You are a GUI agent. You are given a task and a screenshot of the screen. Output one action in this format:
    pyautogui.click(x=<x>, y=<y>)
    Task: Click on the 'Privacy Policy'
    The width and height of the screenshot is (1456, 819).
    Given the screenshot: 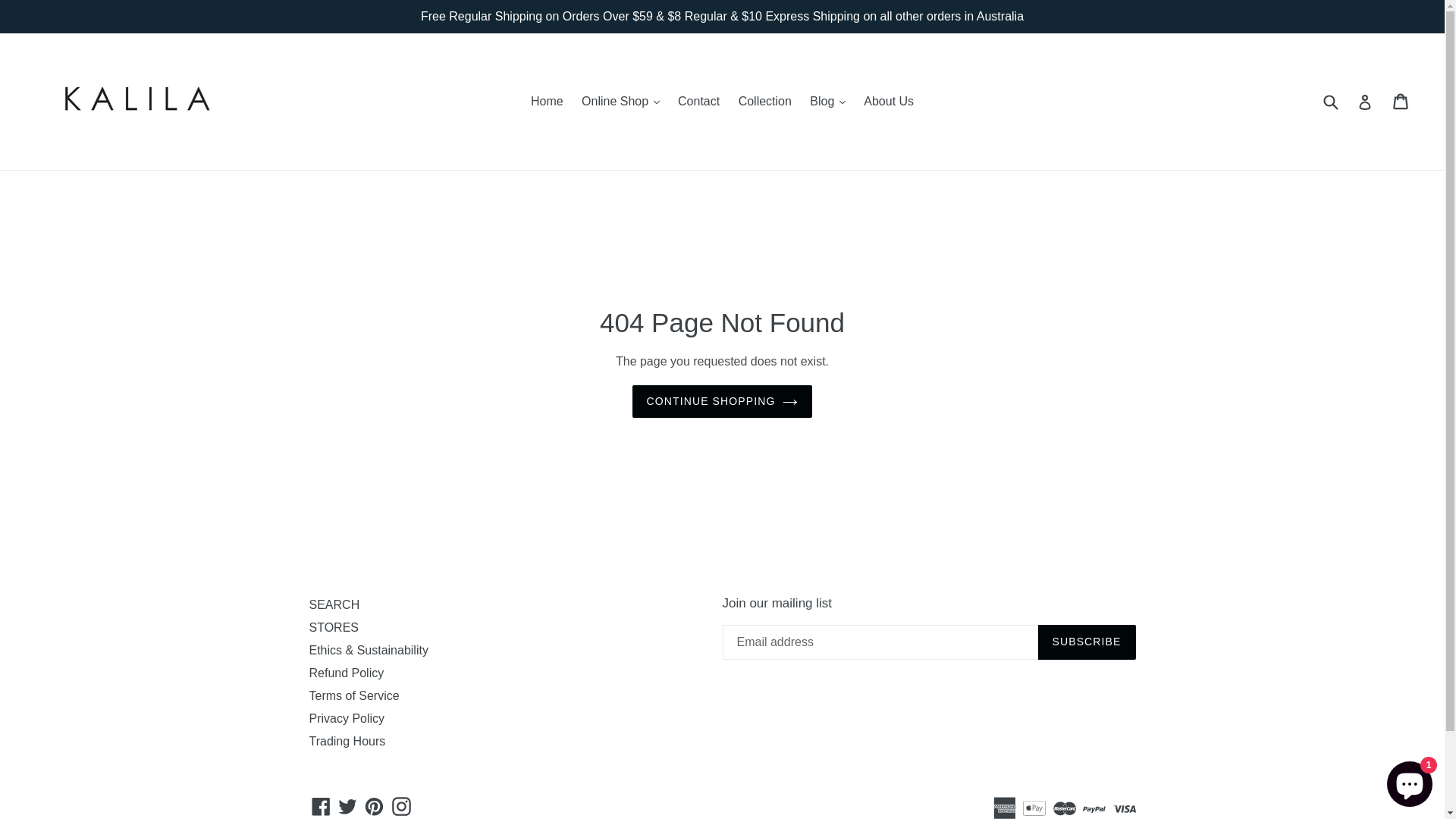 What is the action you would take?
    pyautogui.click(x=309, y=717)
    